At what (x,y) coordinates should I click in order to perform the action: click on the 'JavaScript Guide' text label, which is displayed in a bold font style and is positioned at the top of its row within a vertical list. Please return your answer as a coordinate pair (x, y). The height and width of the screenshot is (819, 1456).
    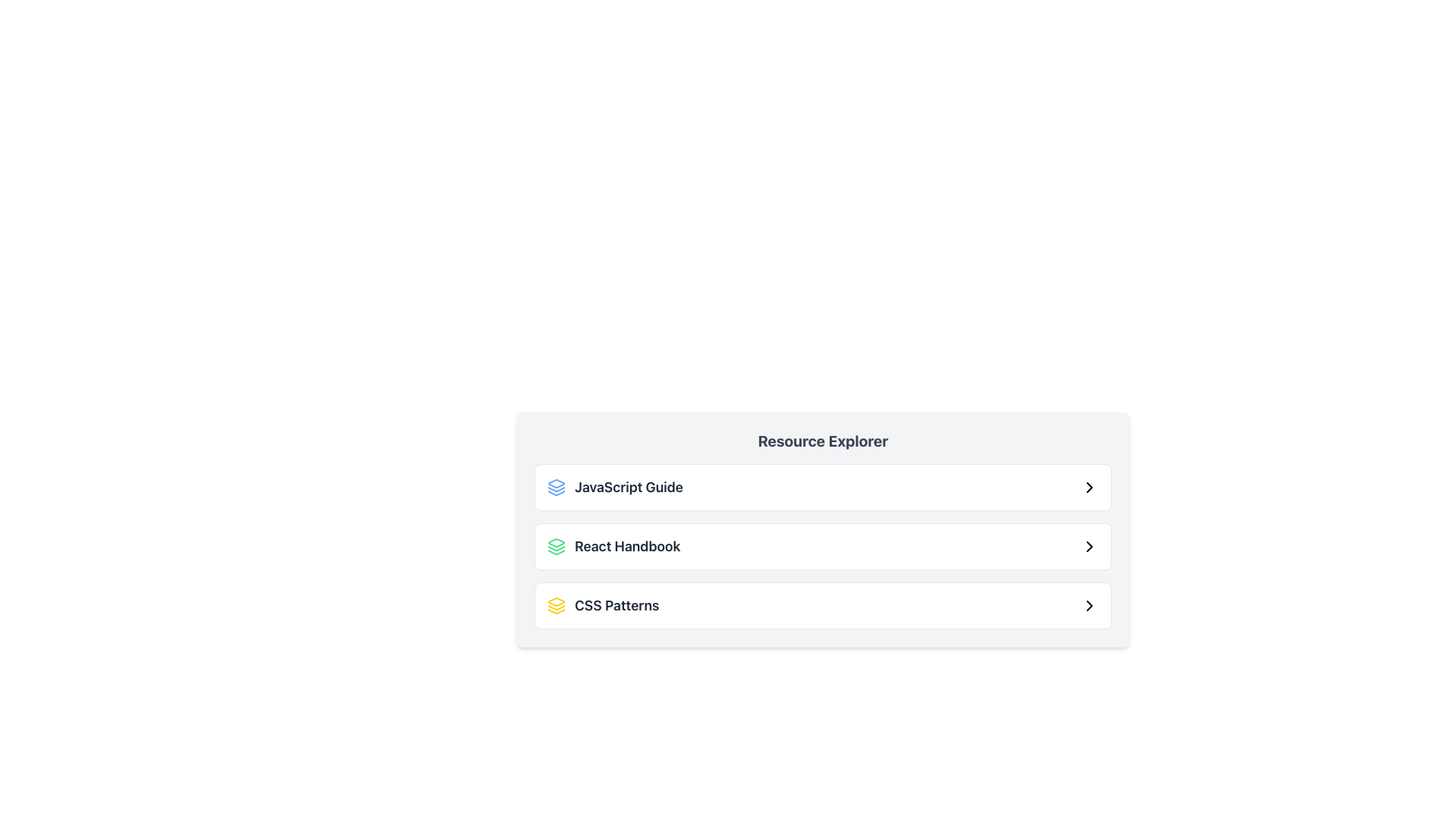
    Looking at the image, I should click on (629, 488).